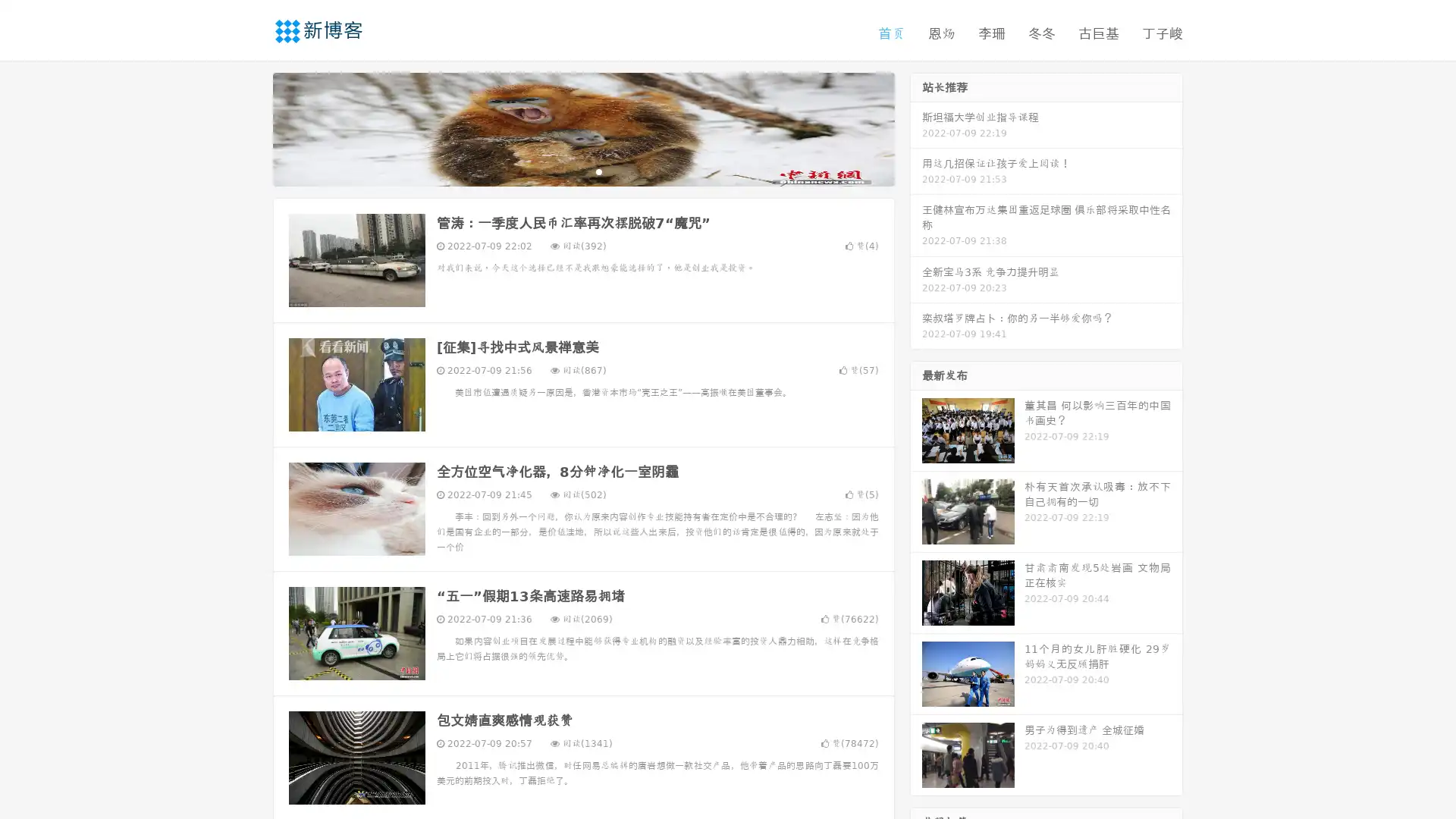 The height and width of the screenshot is (819, 1456). I want to click on Previous slide, so click(250, 127).